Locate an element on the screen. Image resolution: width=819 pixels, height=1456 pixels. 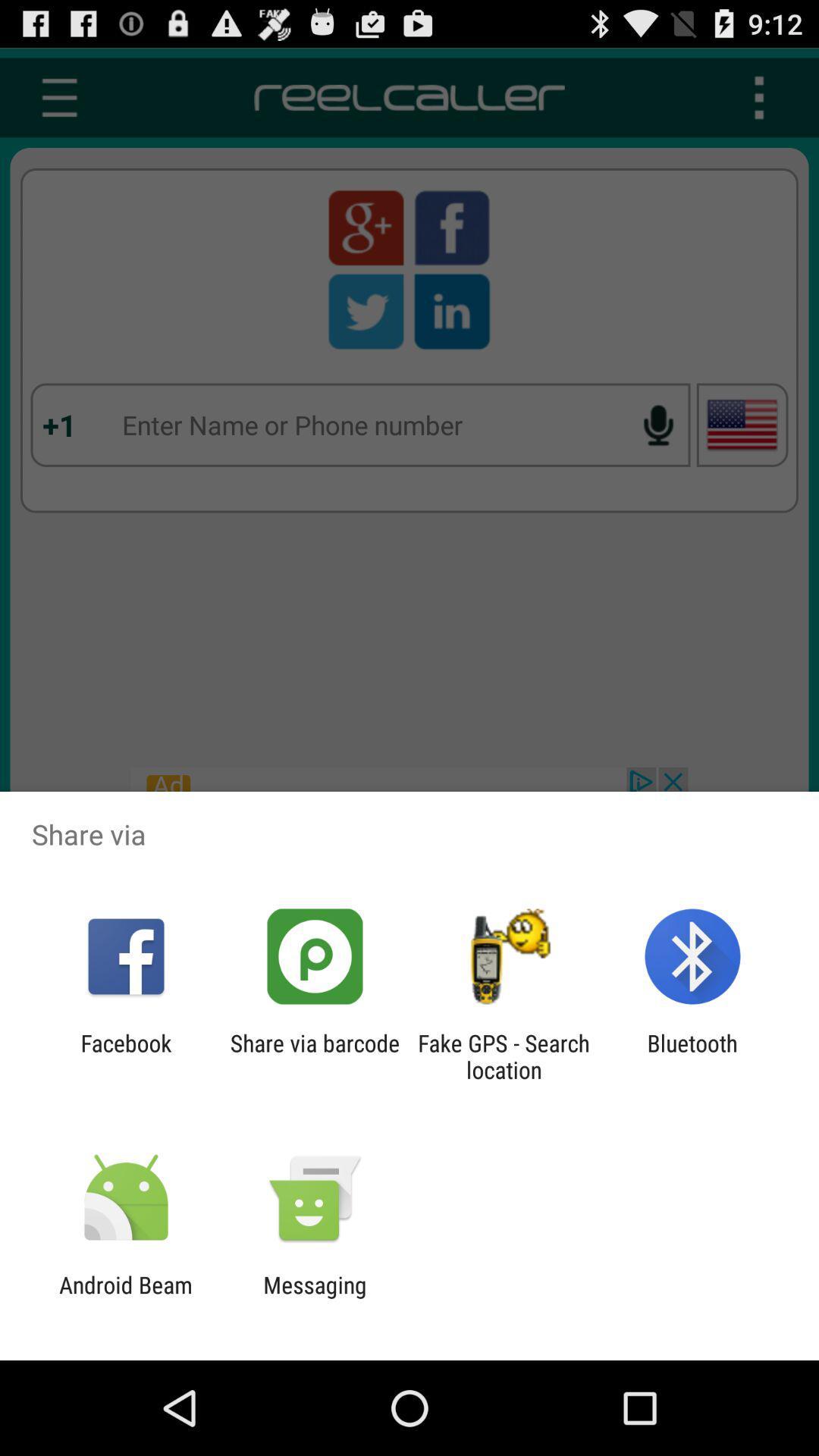
icon to the right of android beam app is located at coordinates (314, 1298).